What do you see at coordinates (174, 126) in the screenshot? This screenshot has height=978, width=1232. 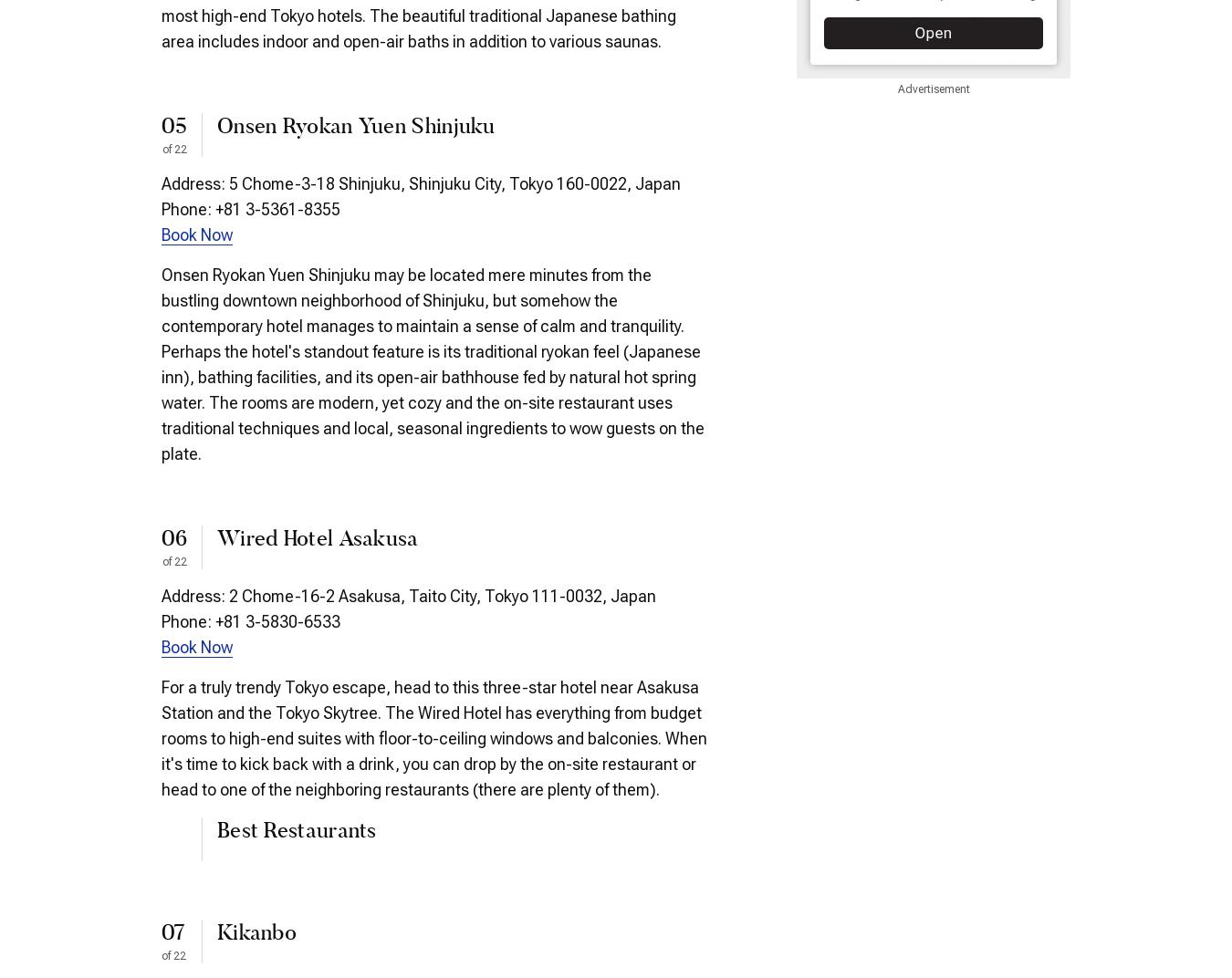 I see `'05'` at bounding box center [174, 126].